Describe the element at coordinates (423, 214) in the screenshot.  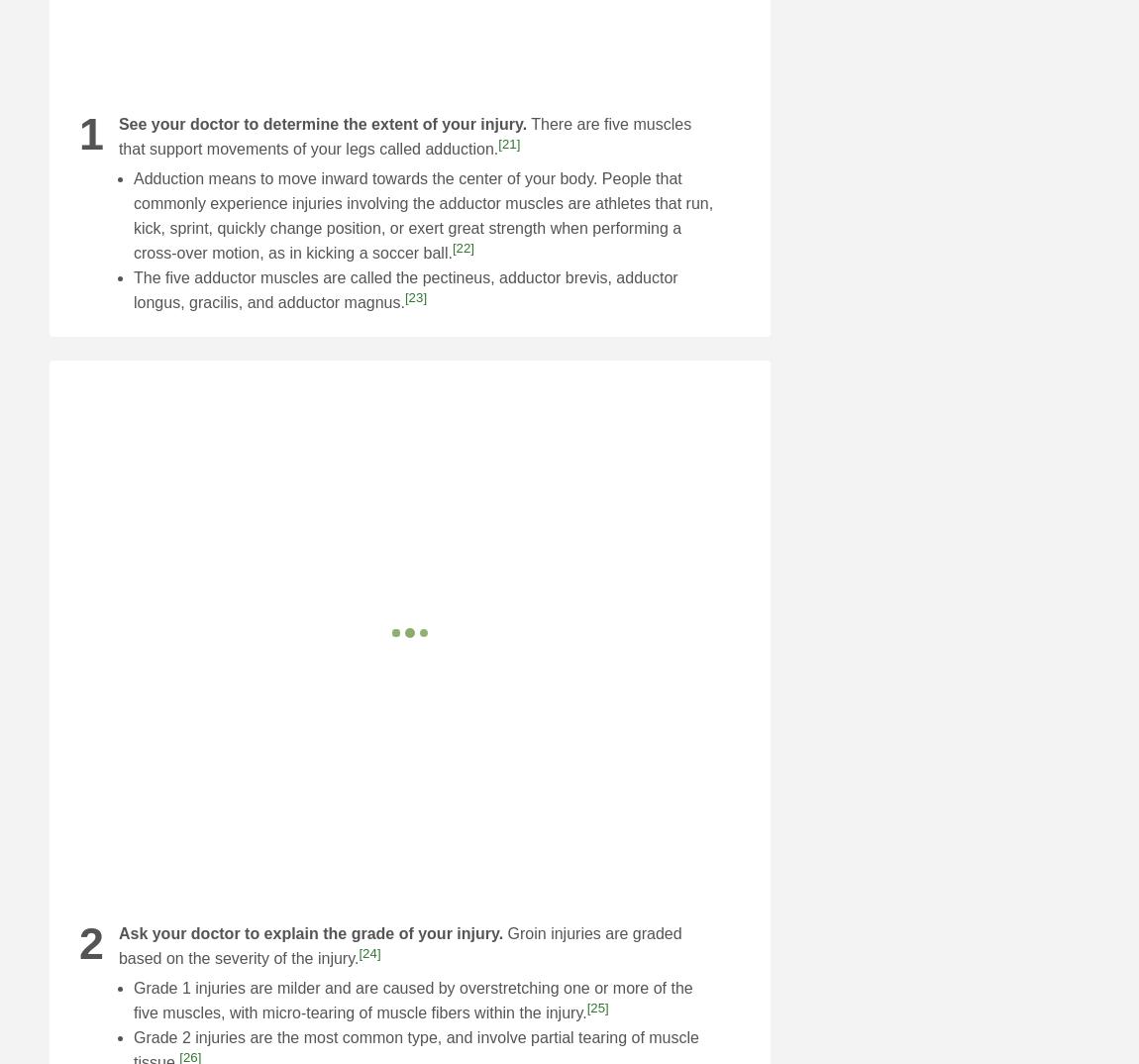
I see `'Adduction means to move inward towards the center of your body. People that commonly experience injuries involving the adductor muscles are athletes that run, kick, sprint, quickly change position, or exert great strength when performing a cross-over motion, as in kicking a soccer ball.'` at that location.